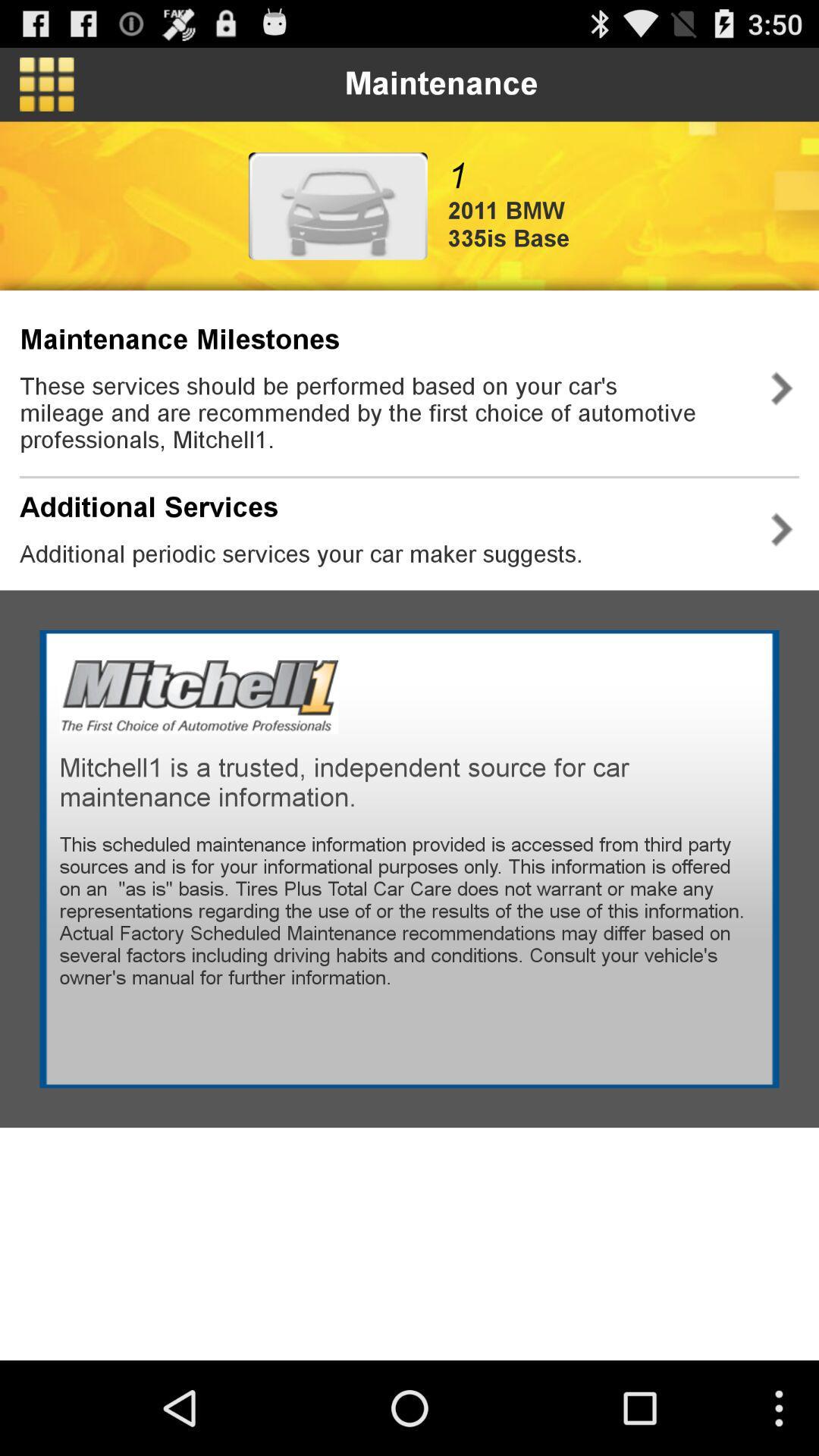  Describe the element at coordinates (337, 205) in the screenshot. I see `icon next to 1` at that location.